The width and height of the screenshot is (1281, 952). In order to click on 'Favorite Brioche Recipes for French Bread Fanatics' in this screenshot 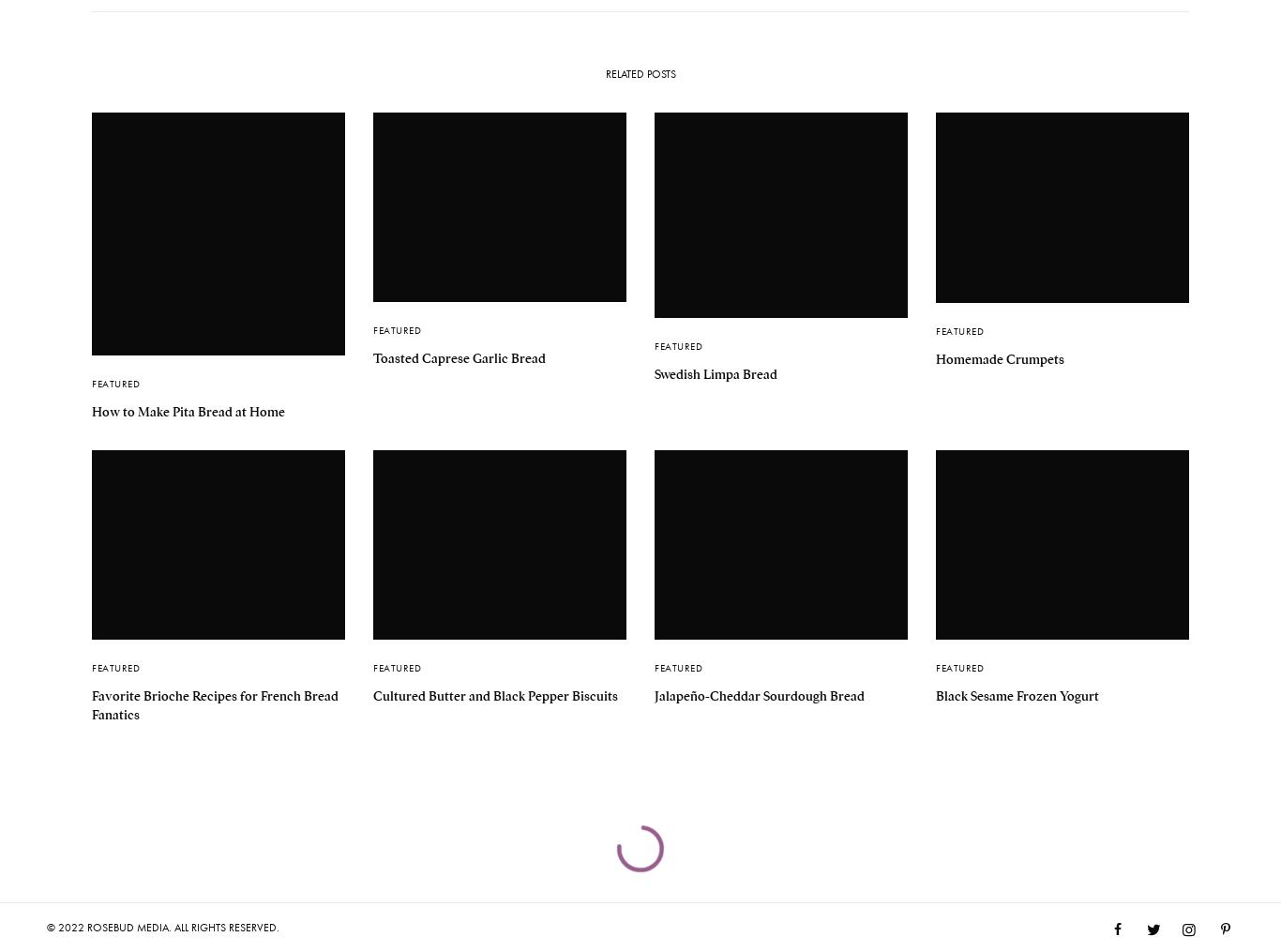, I will do `click(91, 703)`.